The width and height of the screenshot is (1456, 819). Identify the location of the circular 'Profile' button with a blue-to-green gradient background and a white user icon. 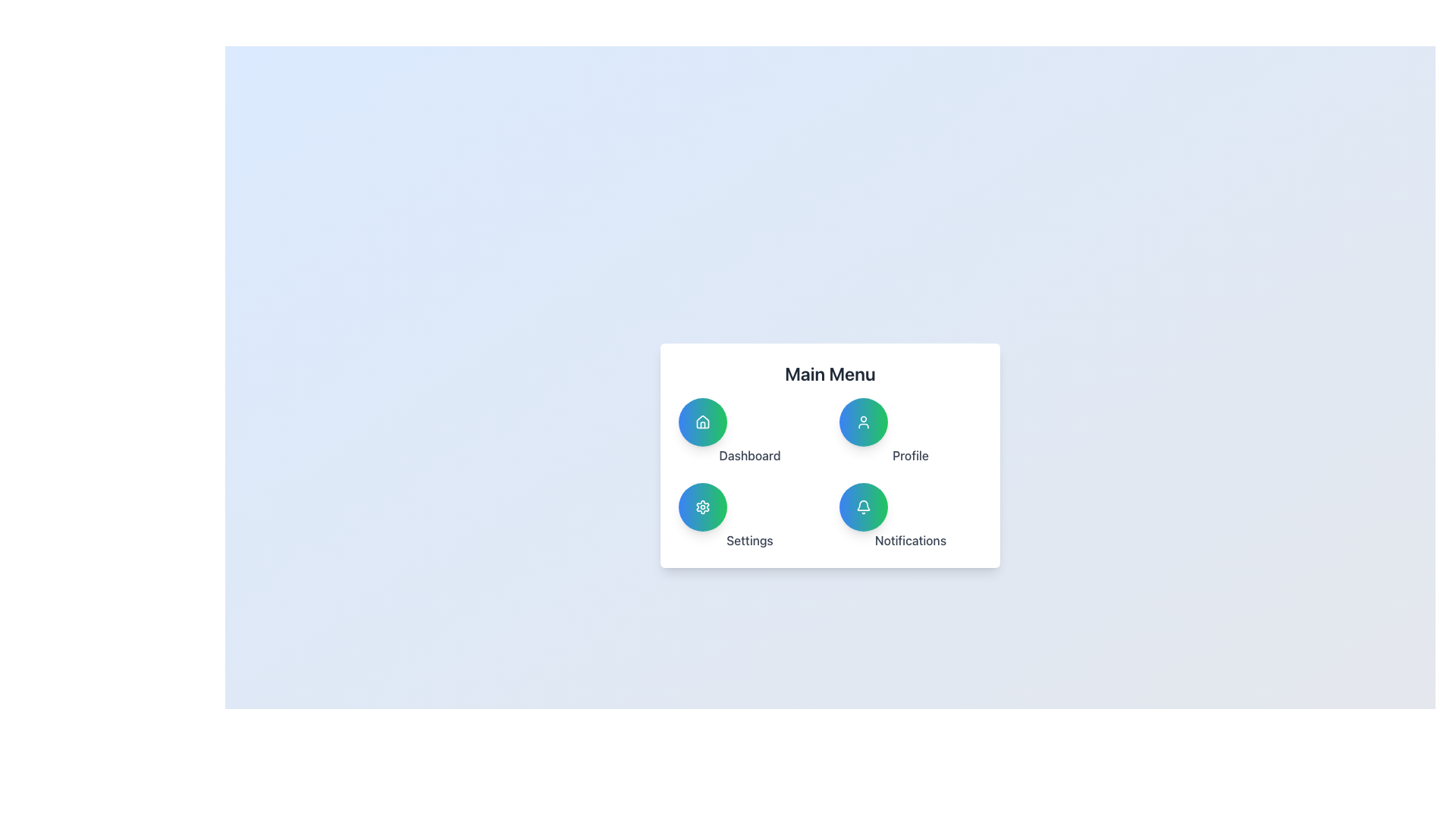
(863, 422).